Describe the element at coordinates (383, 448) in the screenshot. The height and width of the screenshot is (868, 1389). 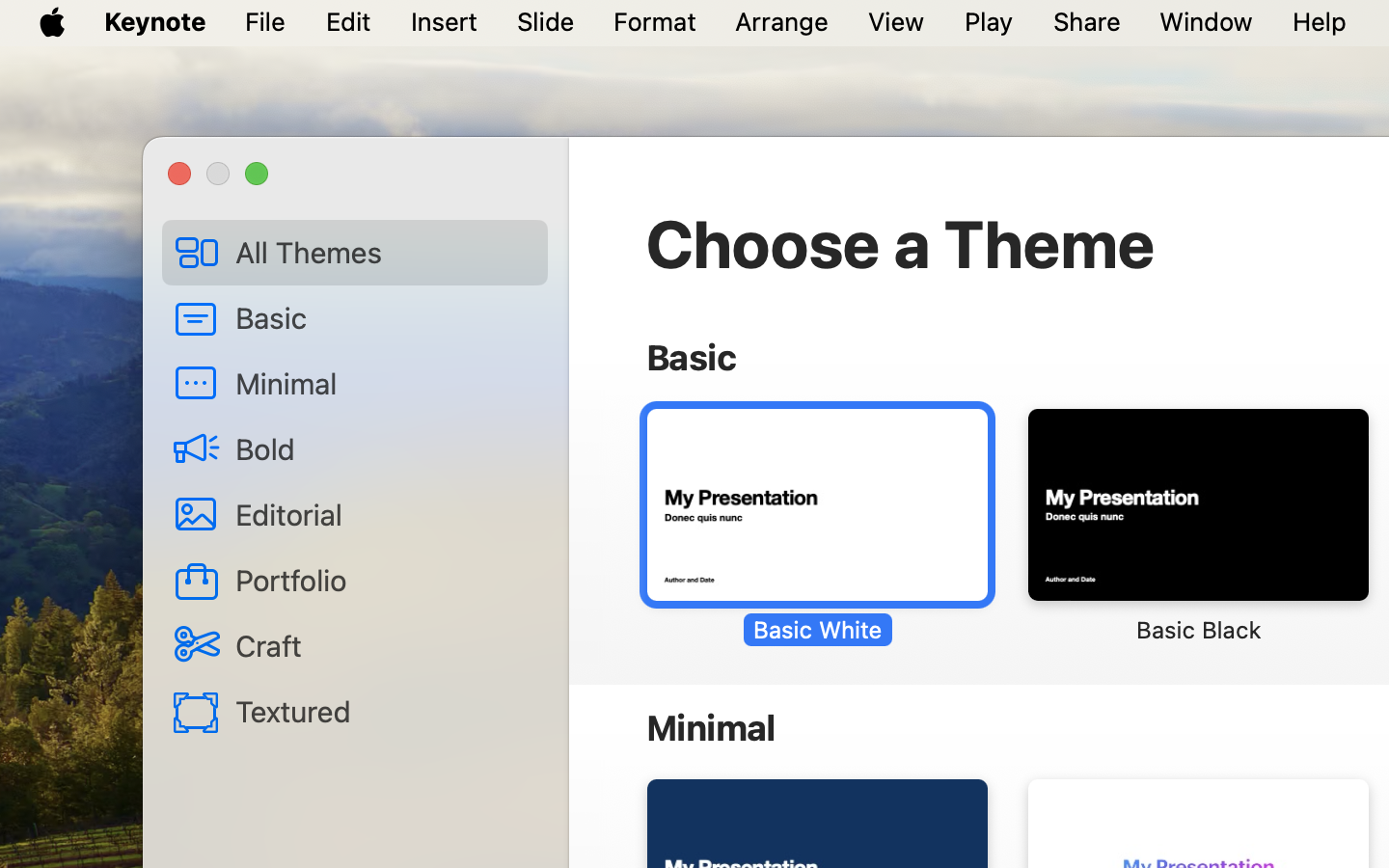
I see `'Bold'` at that location.